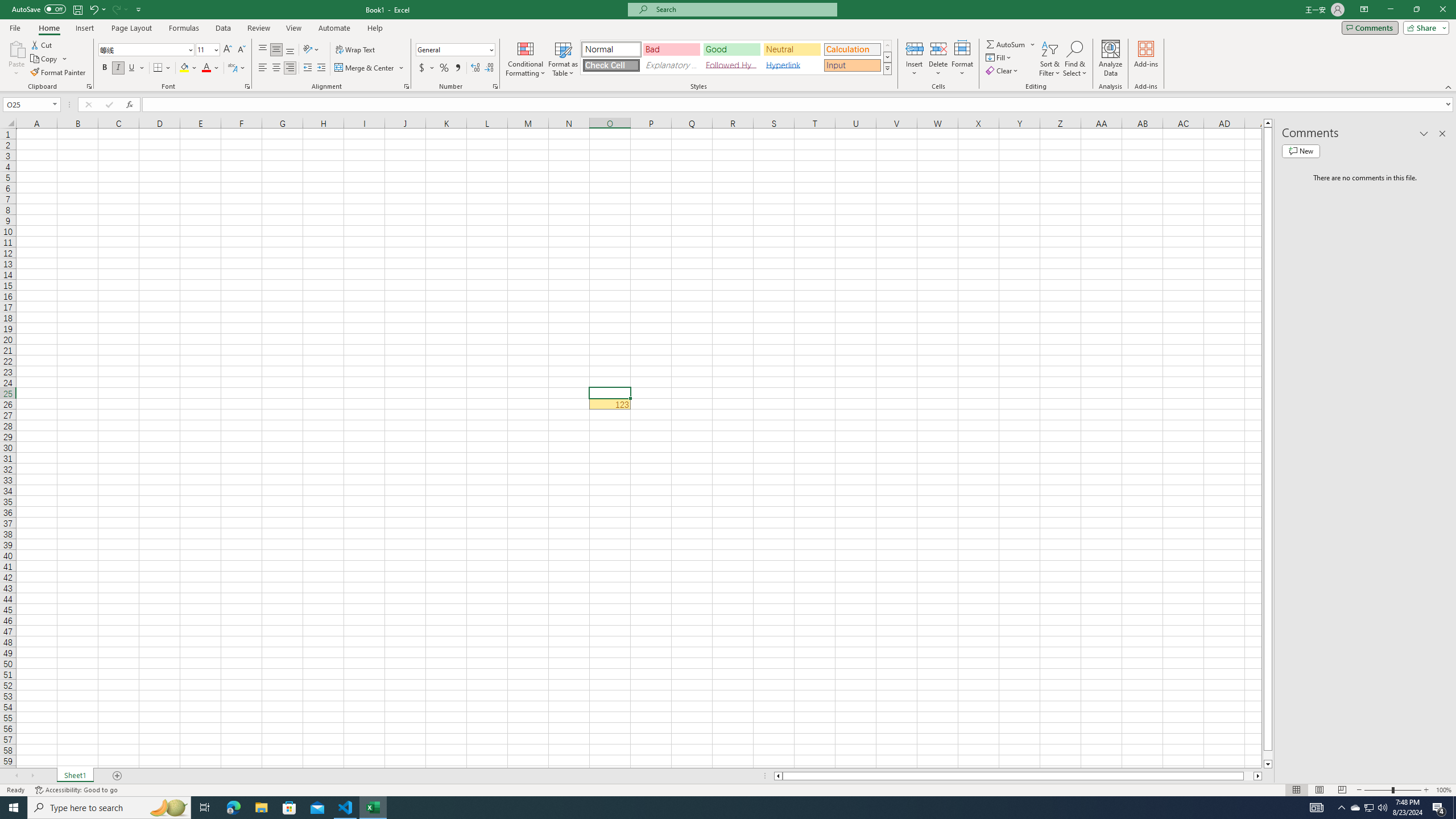 This screenshot has height=819, width=1456. Describe the element at coordinates (406, 85) in the screenshot. I see `'Format Cell Alignment'` at that location.